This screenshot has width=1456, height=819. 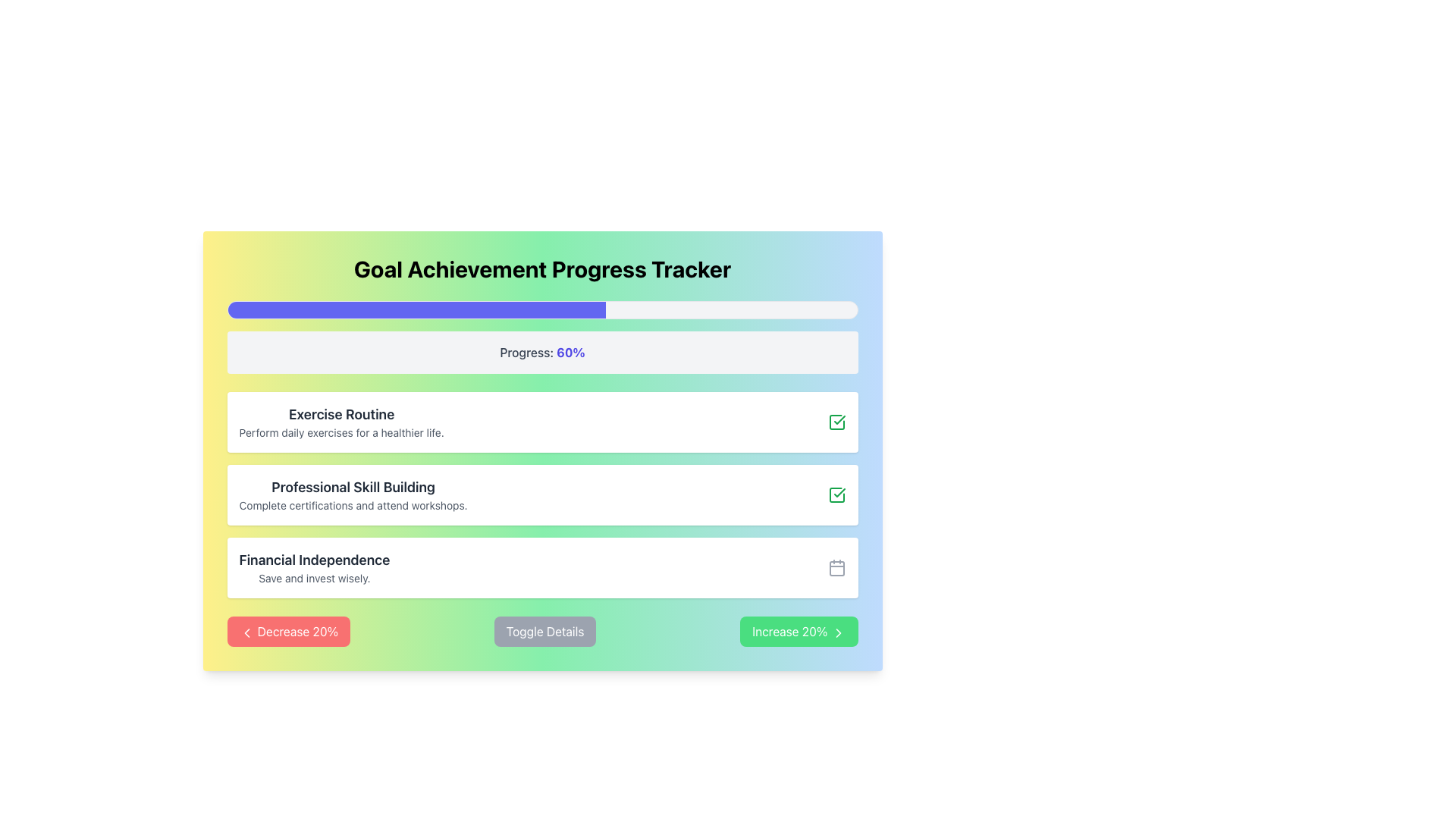 I want to click on the Chevron Right icon located within the green button labeled 'Increase 20%' at the bottom-right corner of the interface, so click(x=837, y=632).